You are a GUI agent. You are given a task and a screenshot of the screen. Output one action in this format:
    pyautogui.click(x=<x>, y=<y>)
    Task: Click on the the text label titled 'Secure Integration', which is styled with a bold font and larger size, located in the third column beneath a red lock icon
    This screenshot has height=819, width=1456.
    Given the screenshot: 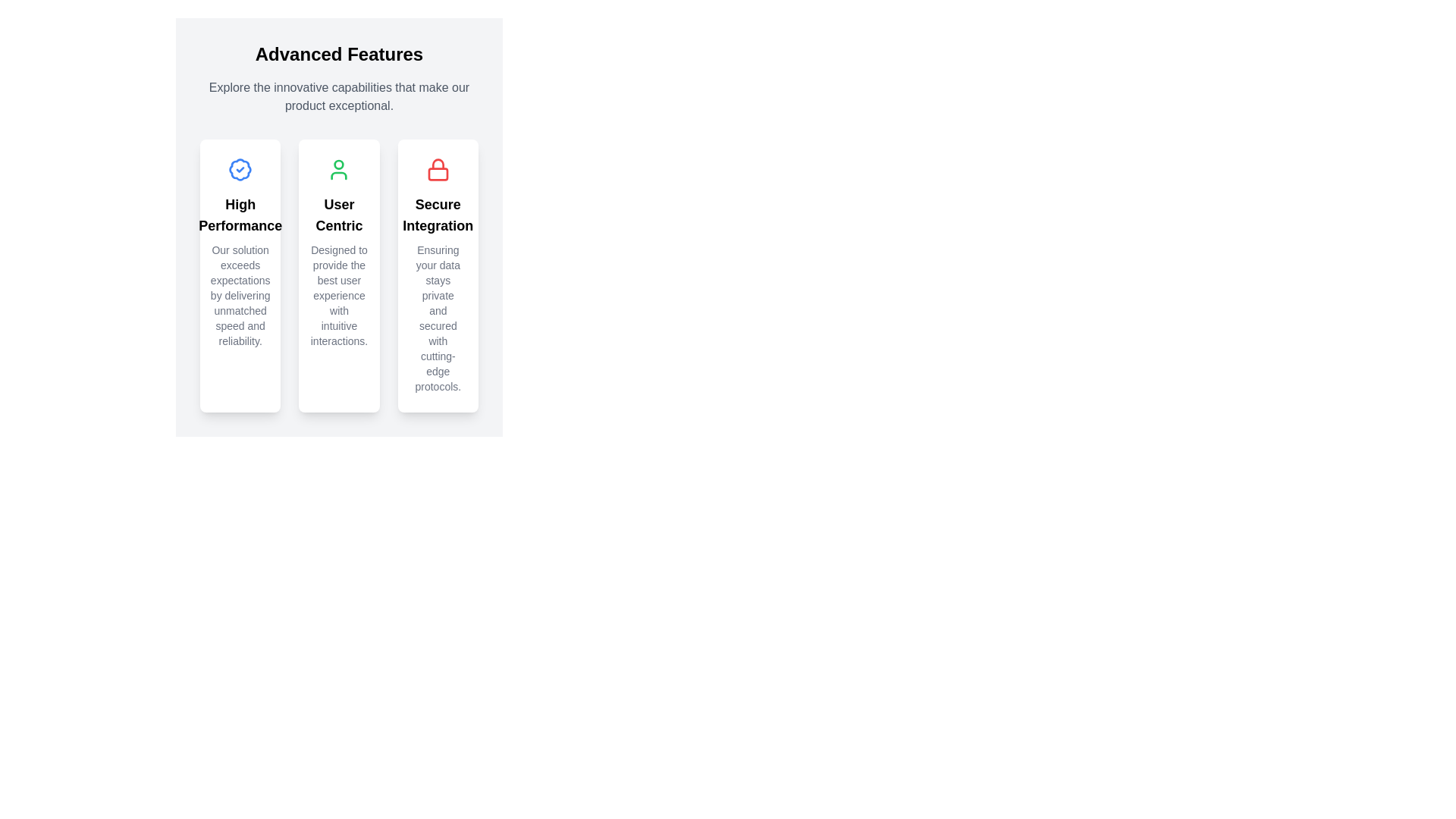 What is the action you would take?
    pyautogui.click(x=437, y=215)
    